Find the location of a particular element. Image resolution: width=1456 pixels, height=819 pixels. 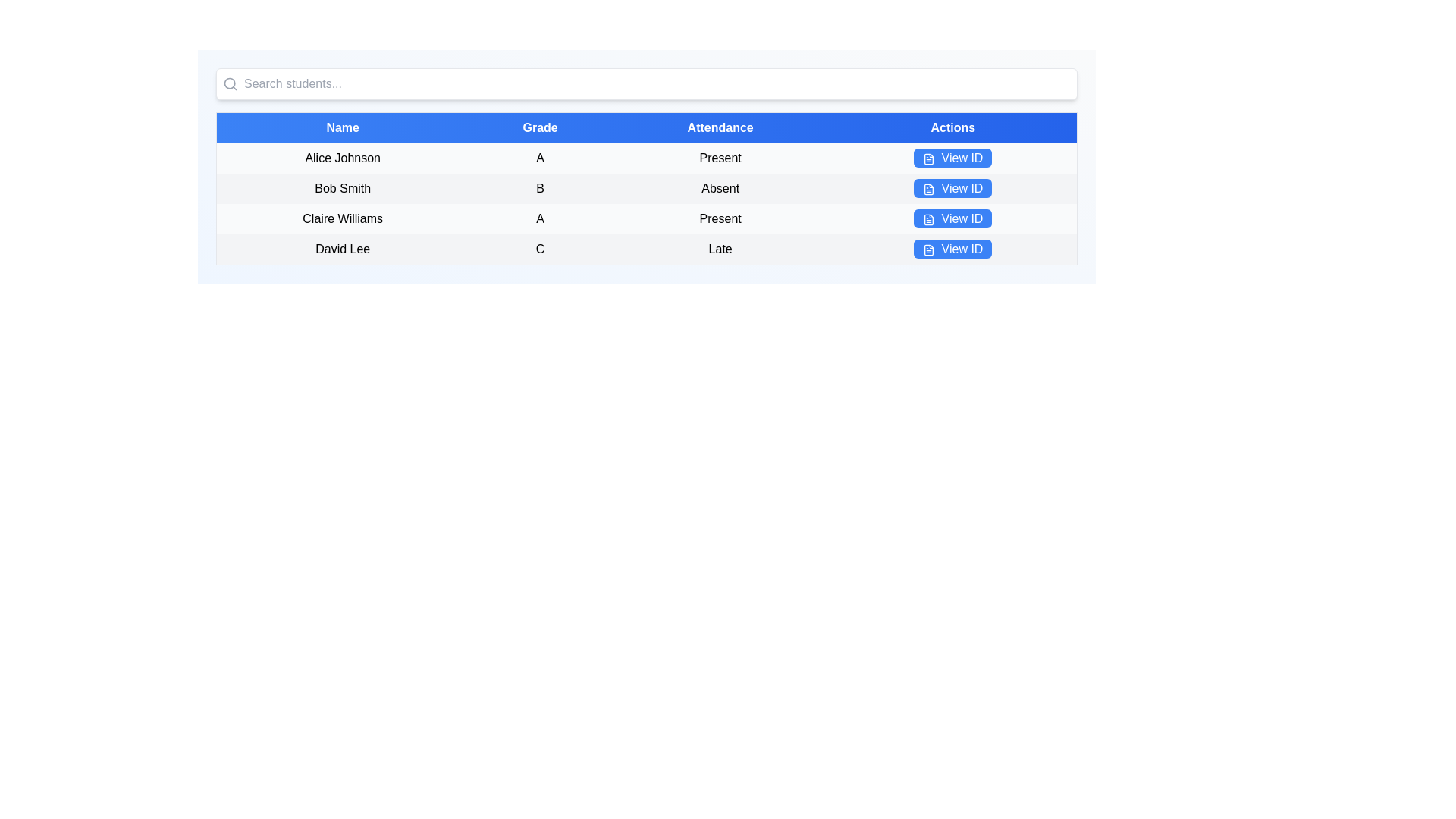

the Interactive Button in the last row of the table under the 'Actions' column is located at coordinates (952, 249).